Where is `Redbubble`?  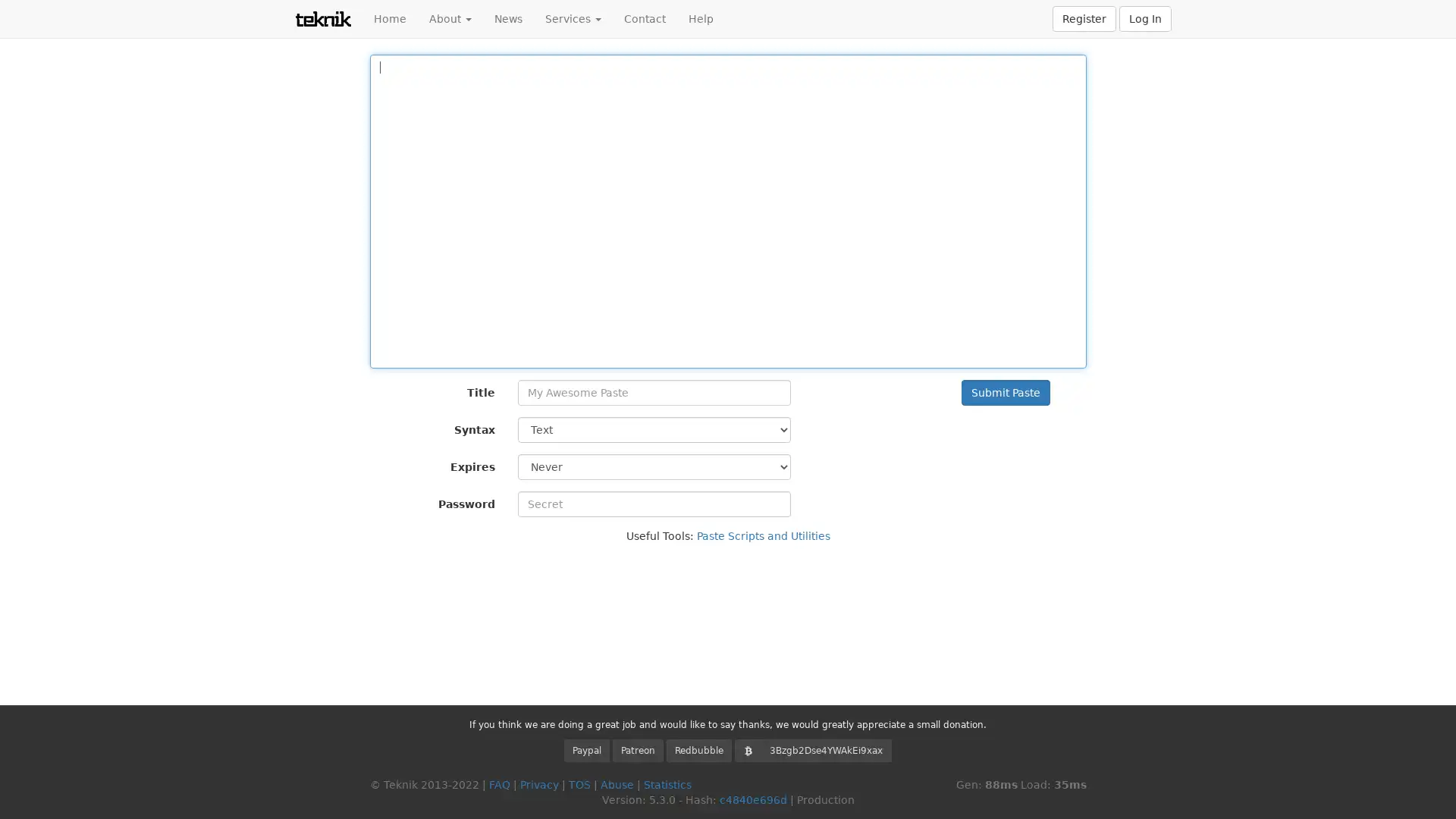 Redbubble is located at coordinates (698, 751).